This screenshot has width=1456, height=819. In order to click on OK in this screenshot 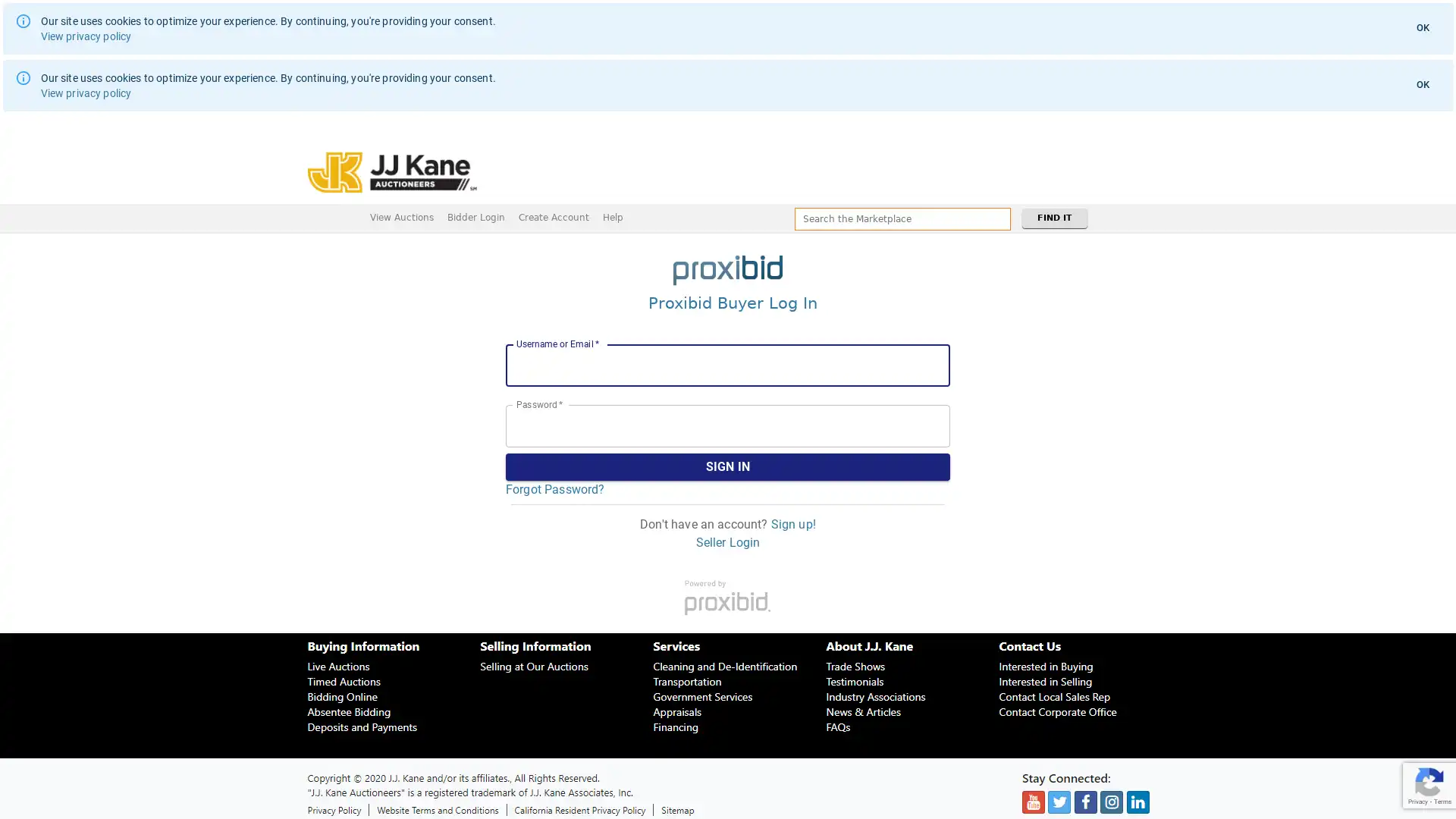, I will do `click(1422, 84)`.